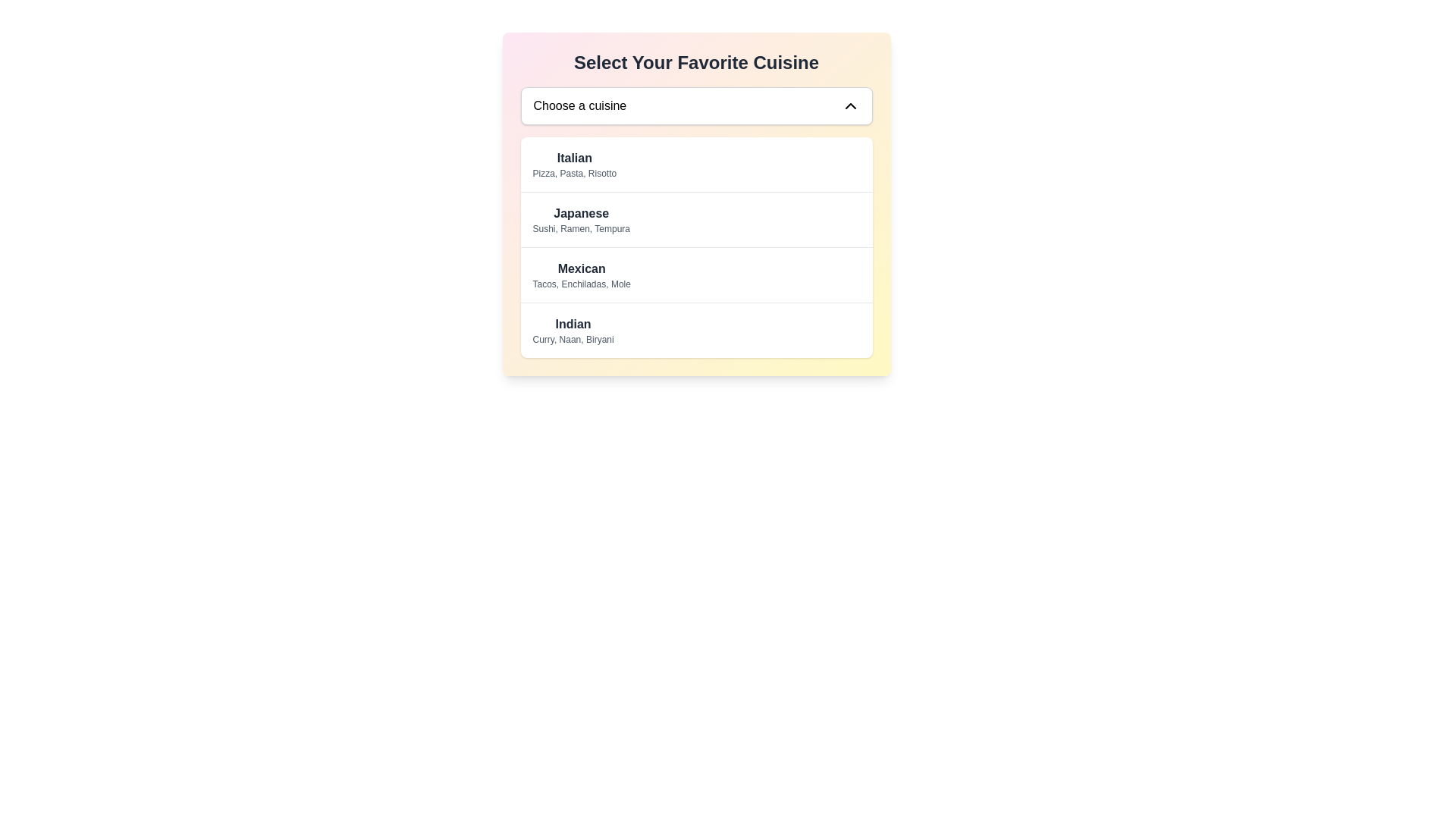  I want to click on the label providing additional details related to 'Mexican' cuisine, which is positioned directly beneath the 'Mexican' heading, so click(581, 284).